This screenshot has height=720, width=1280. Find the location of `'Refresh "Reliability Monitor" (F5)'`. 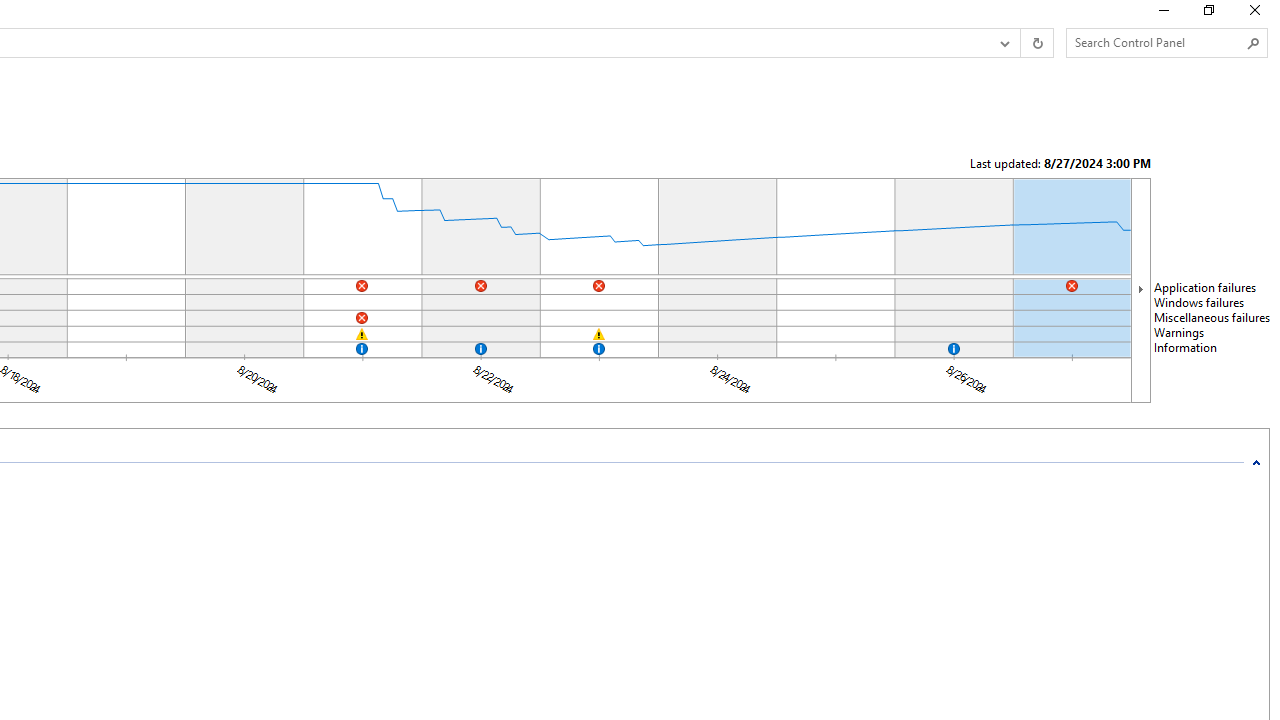

'Refresh "Reliability Monitor" (F5)' is located at coordinates (1036, 43).